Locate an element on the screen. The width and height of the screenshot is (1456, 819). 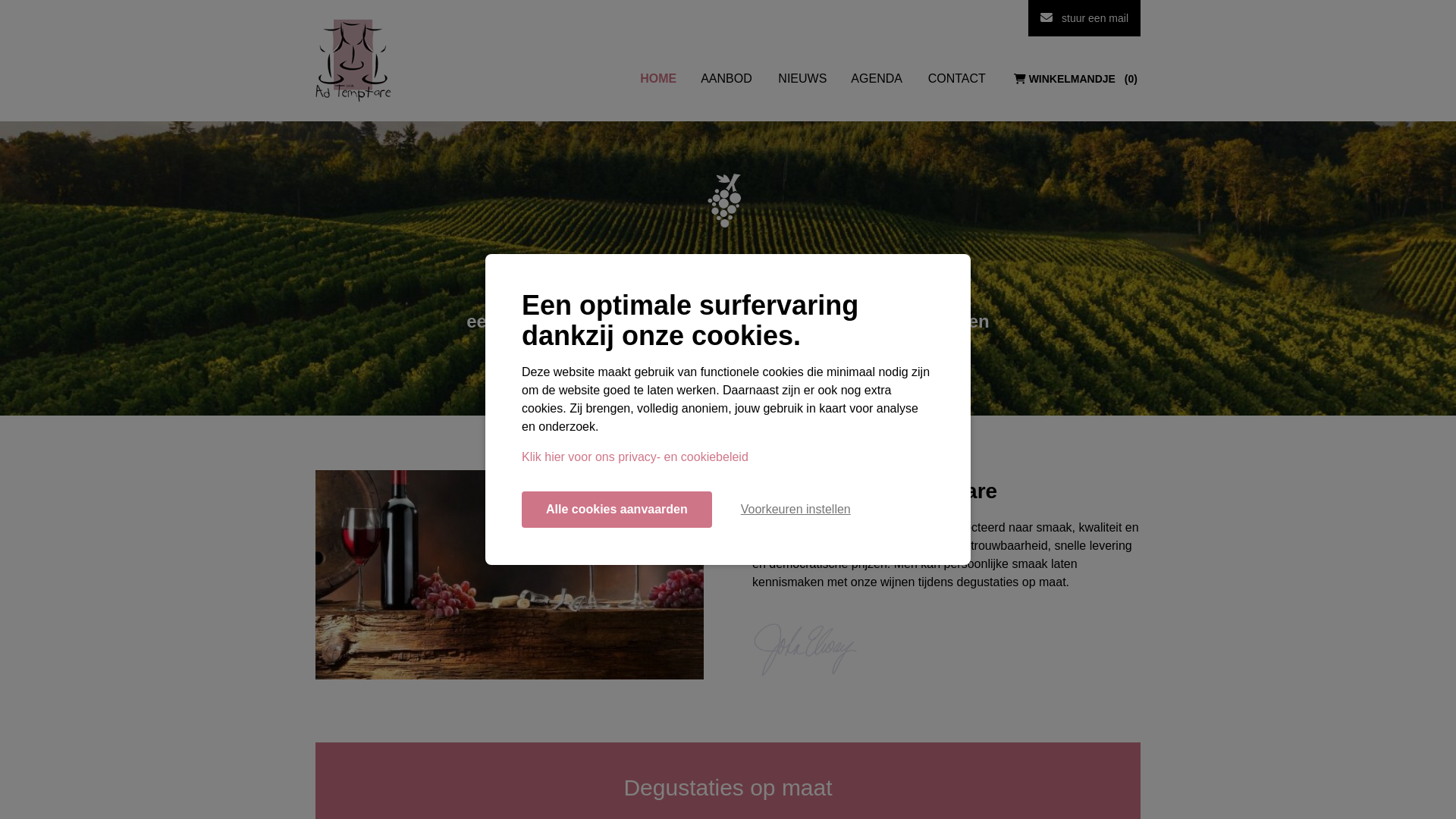
'Ontdek ons aanbod' is located at coordinates (728, 409).